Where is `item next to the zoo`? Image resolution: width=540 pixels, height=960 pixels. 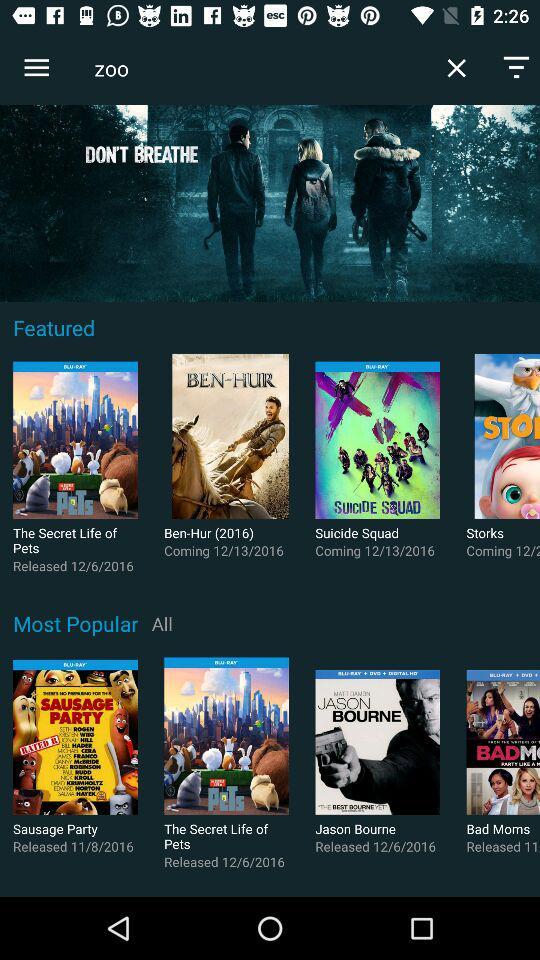
item next to the zoo is located at coordinates (456, 68).